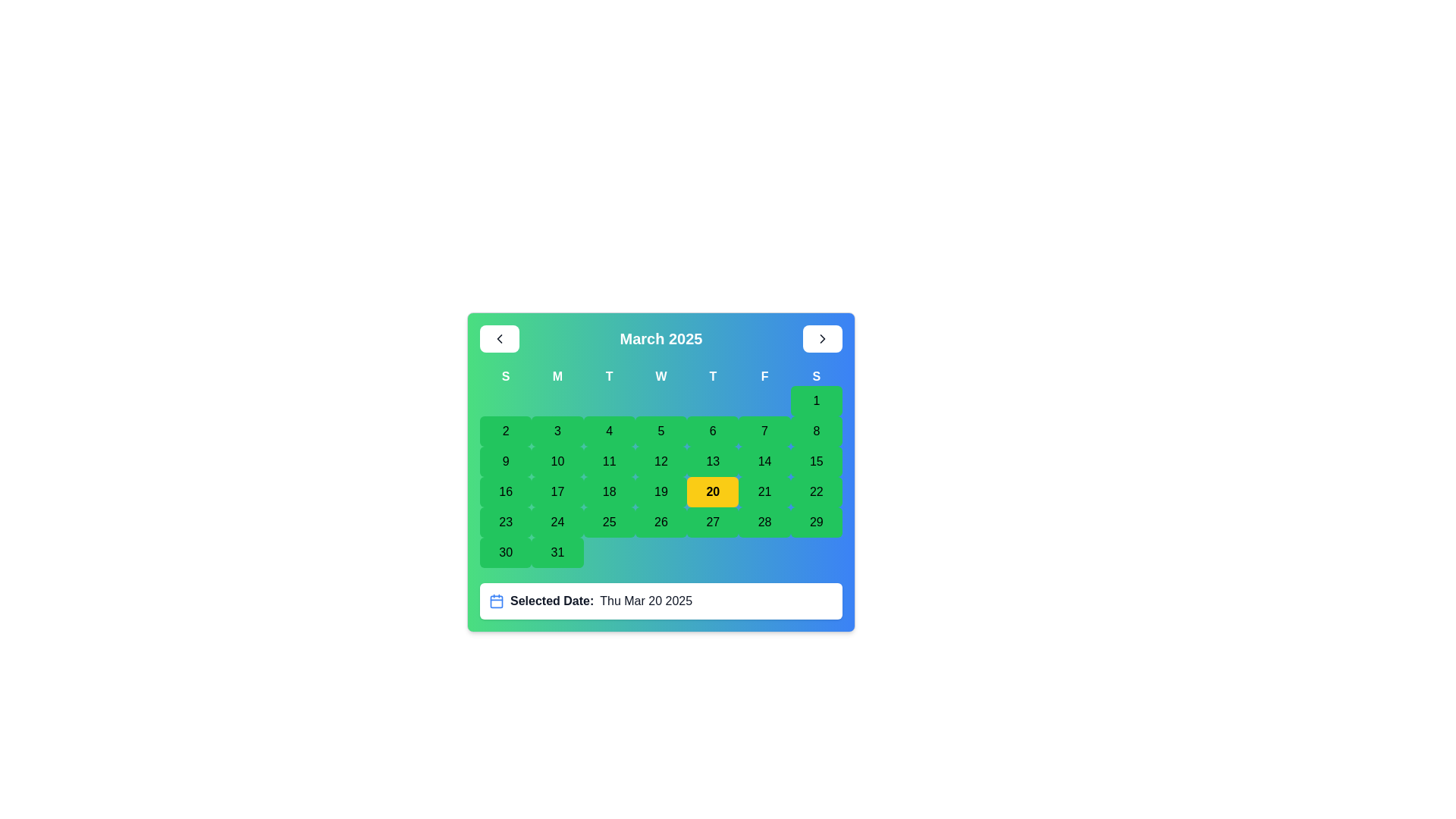 Image resolution: width=1456 pixels, height=819 pixels. Describe the element at coordinates (661, 461) in the screenshot. I see `the button labeled '12' with a green background for keyboard interaction, located in the fourth row and fifth column of the grid layout` at that location.